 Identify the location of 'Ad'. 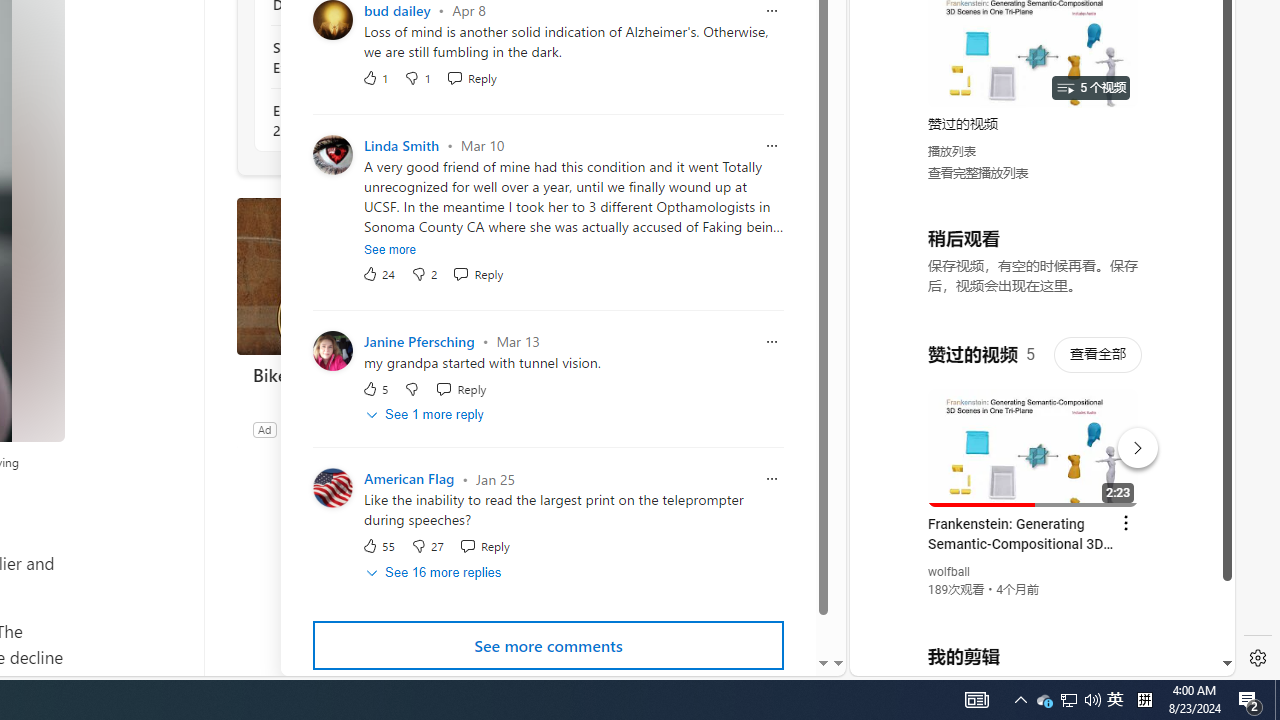
(263, 428).